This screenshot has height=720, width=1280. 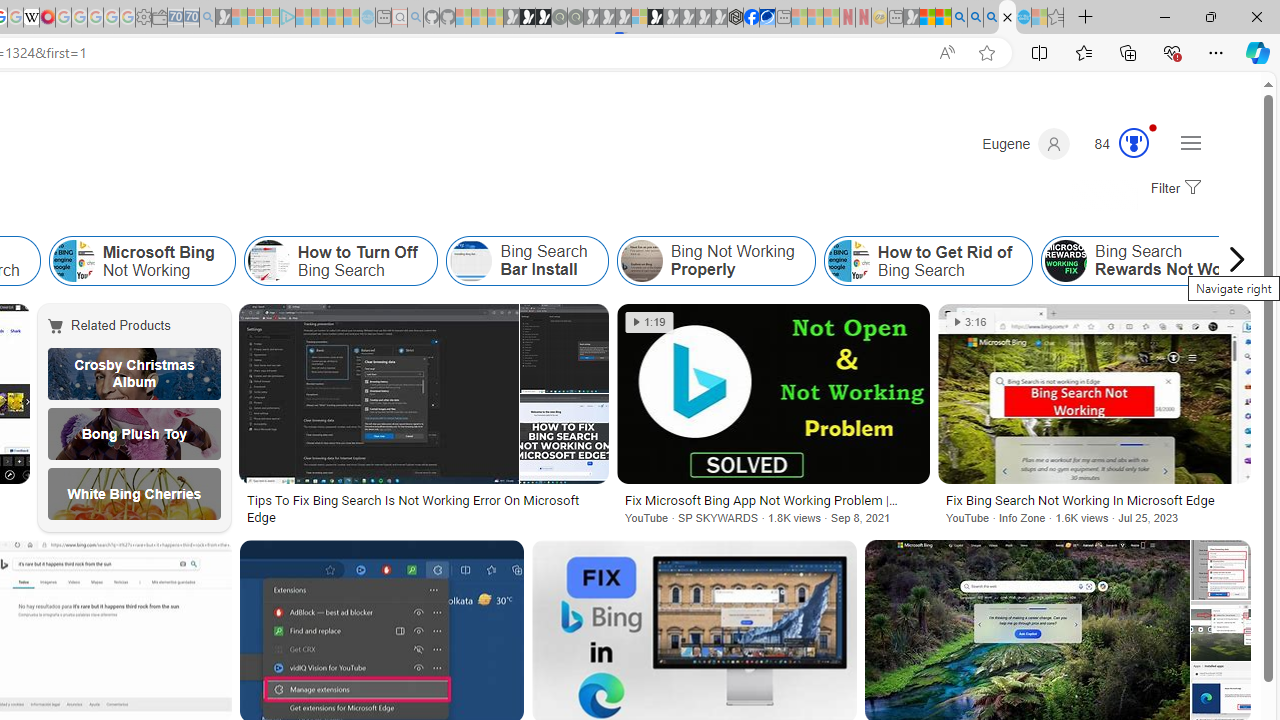 I want to click on 'White Bing Cherries', so click(x=134, y=493).